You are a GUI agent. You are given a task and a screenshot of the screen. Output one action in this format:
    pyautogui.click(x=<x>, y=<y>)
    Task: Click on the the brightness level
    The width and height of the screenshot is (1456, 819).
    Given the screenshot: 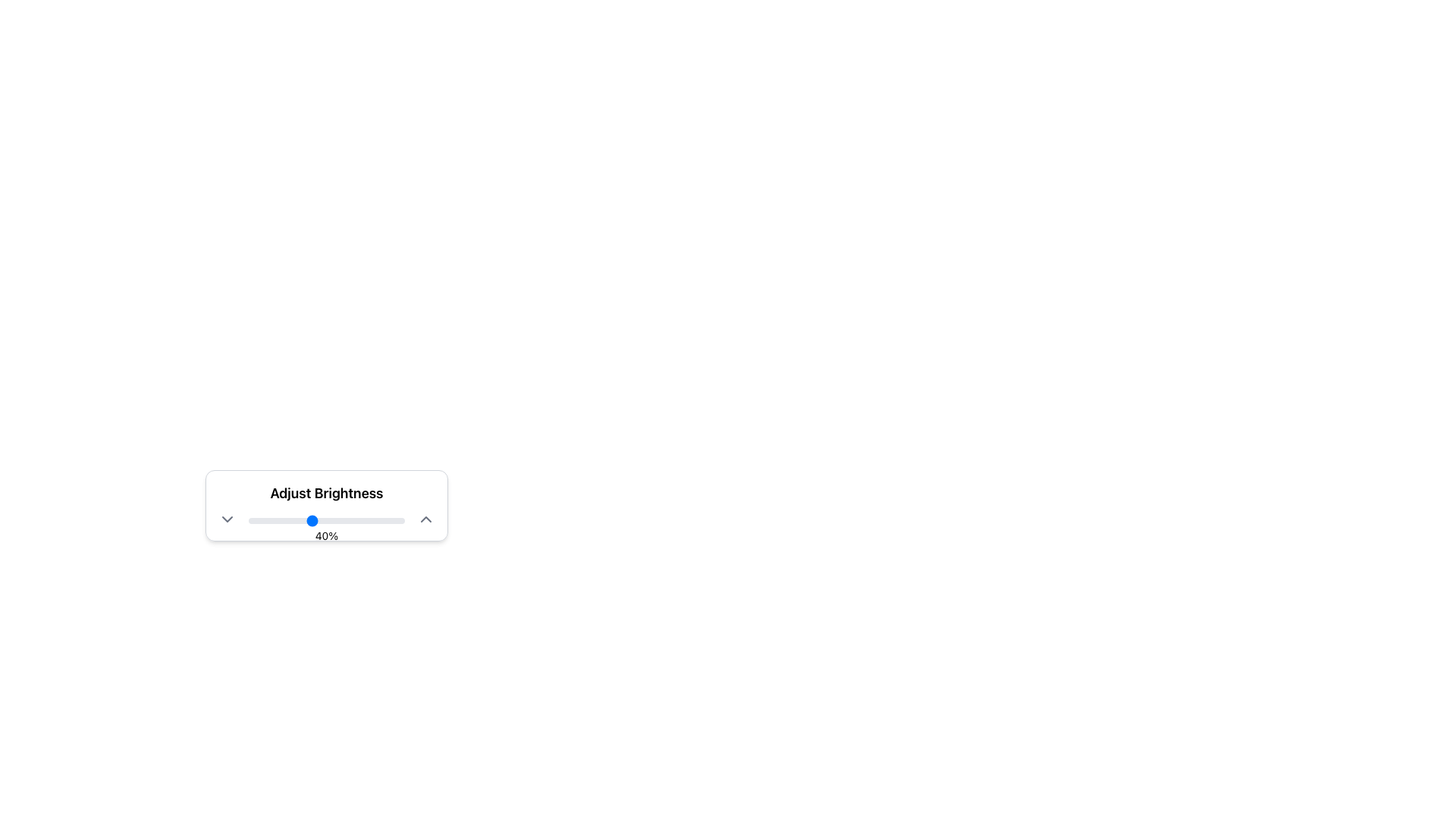 What is the action you would take?
    pyautogui.click(x=370, y=519)
    